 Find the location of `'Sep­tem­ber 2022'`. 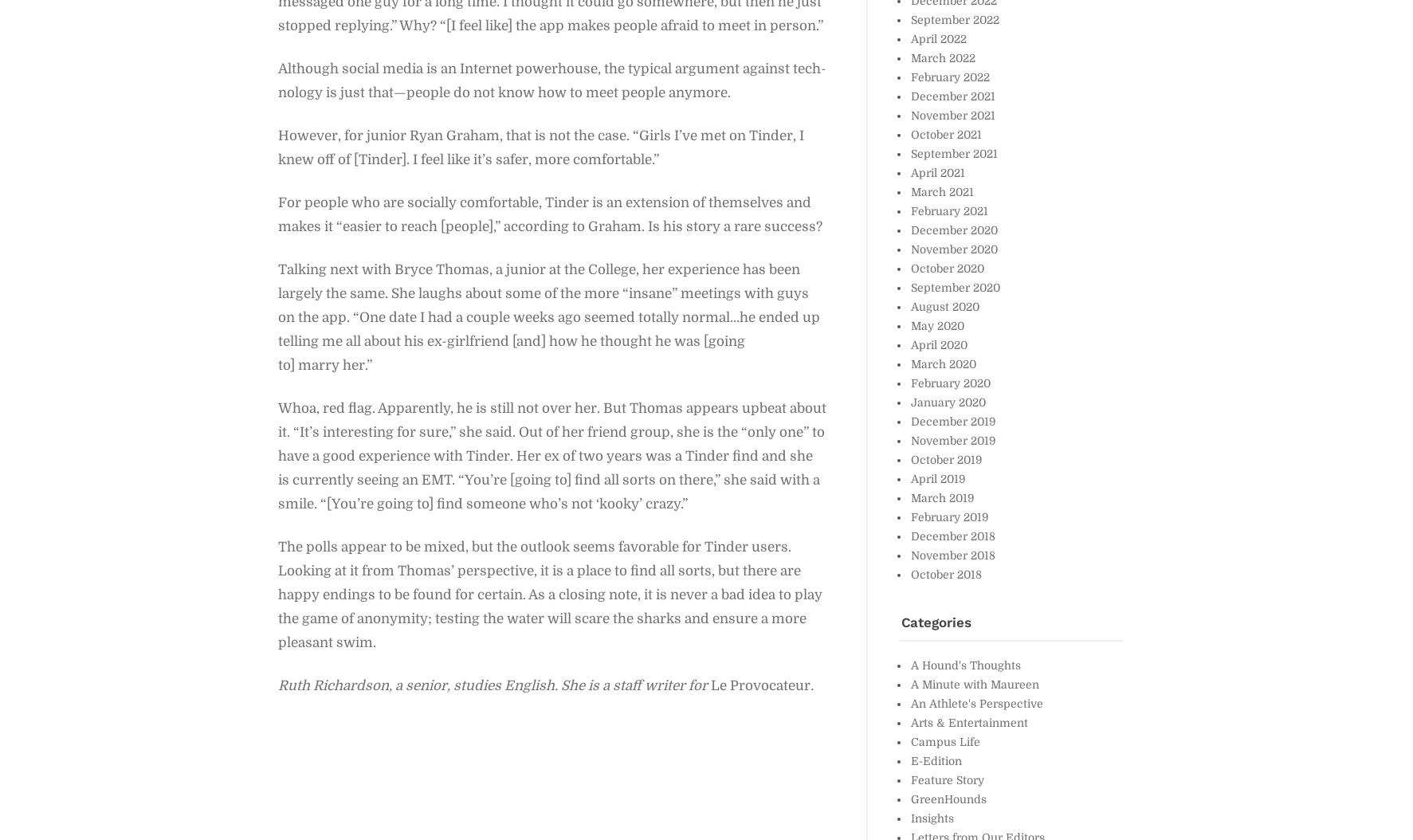

'Sep­tem­ber 2022' is located at coordinates (953, 19).